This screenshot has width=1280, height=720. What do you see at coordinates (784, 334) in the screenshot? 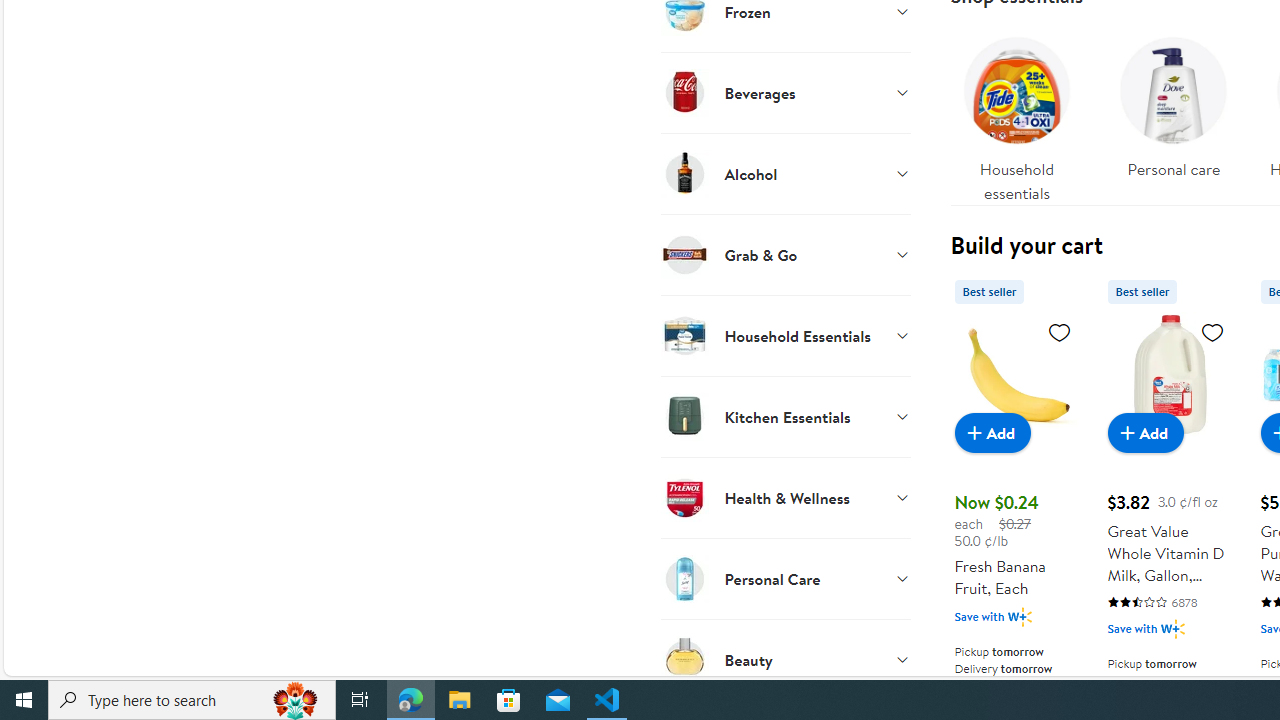
I see `'Household Essentials'` at bounding box center [784, 334].